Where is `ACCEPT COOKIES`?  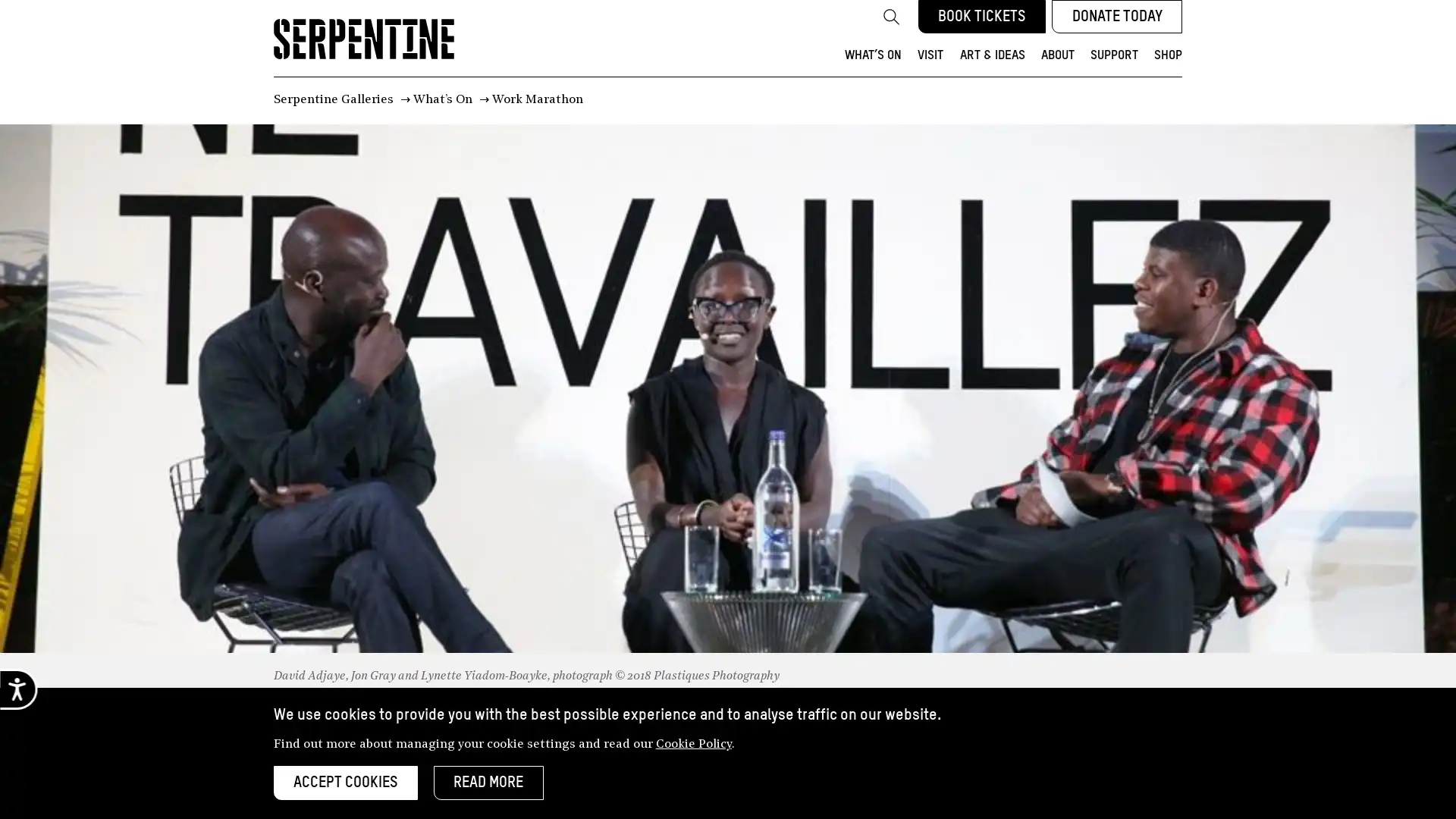 ACCEPT COOKIES is located at coordinates (344, 783).